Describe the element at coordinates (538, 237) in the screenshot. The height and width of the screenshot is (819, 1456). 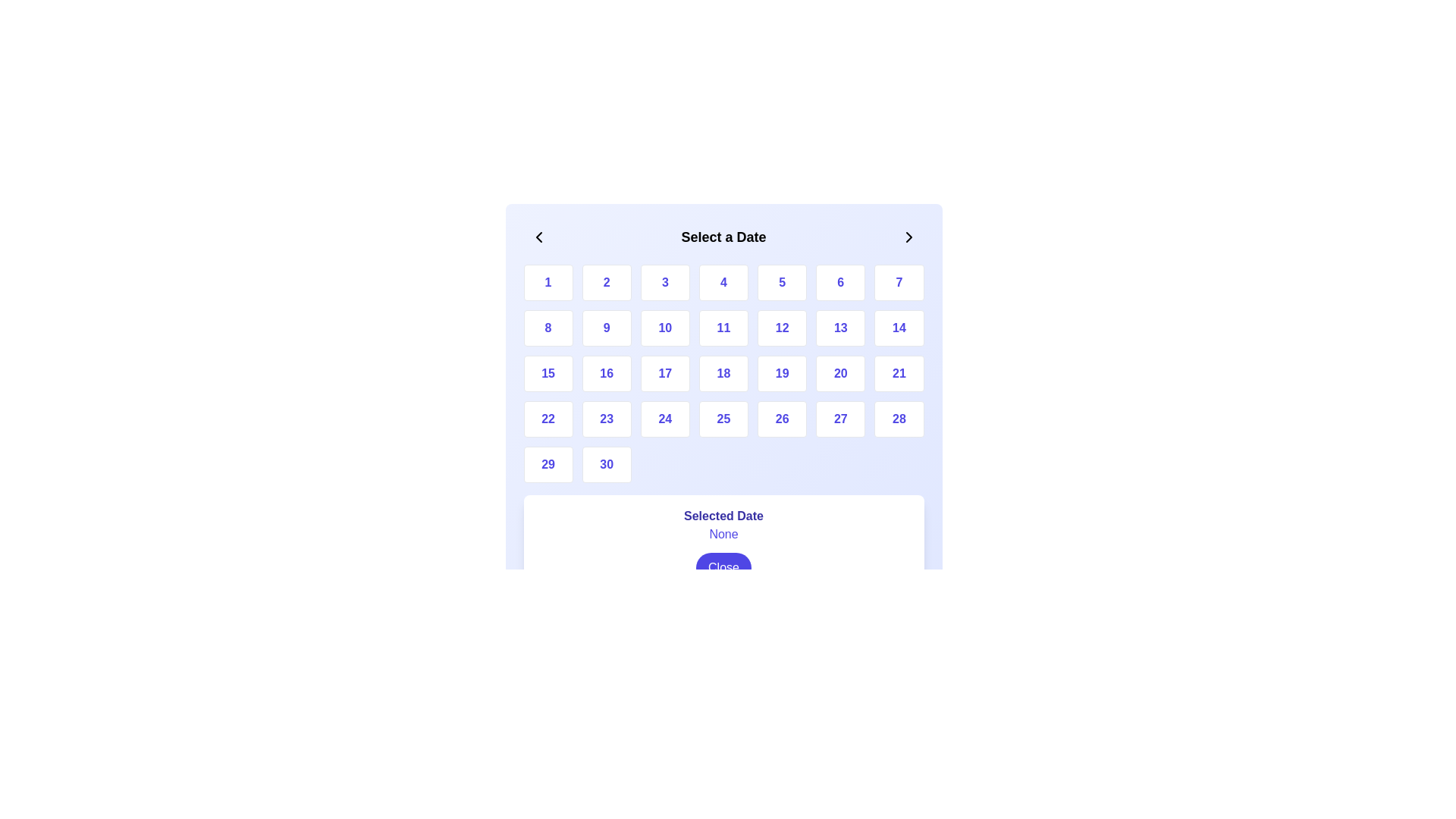
I see `the left-pointing chevron icon button located at the top-left corner of the date selection interface` at that location.